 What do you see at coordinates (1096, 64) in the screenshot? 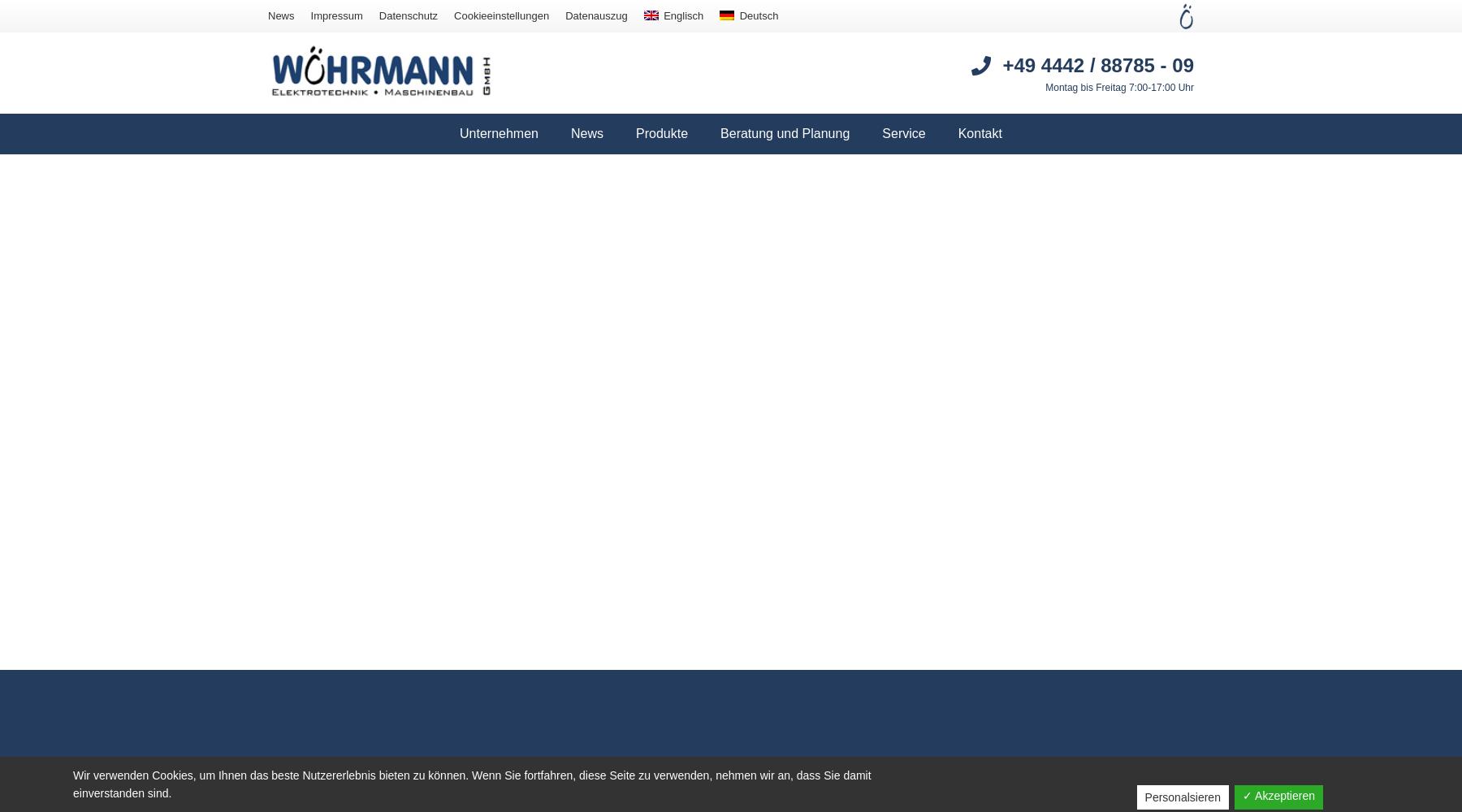
I see `'+49 4442 / 88785 - 09'` at bounding box center [1096, 64].